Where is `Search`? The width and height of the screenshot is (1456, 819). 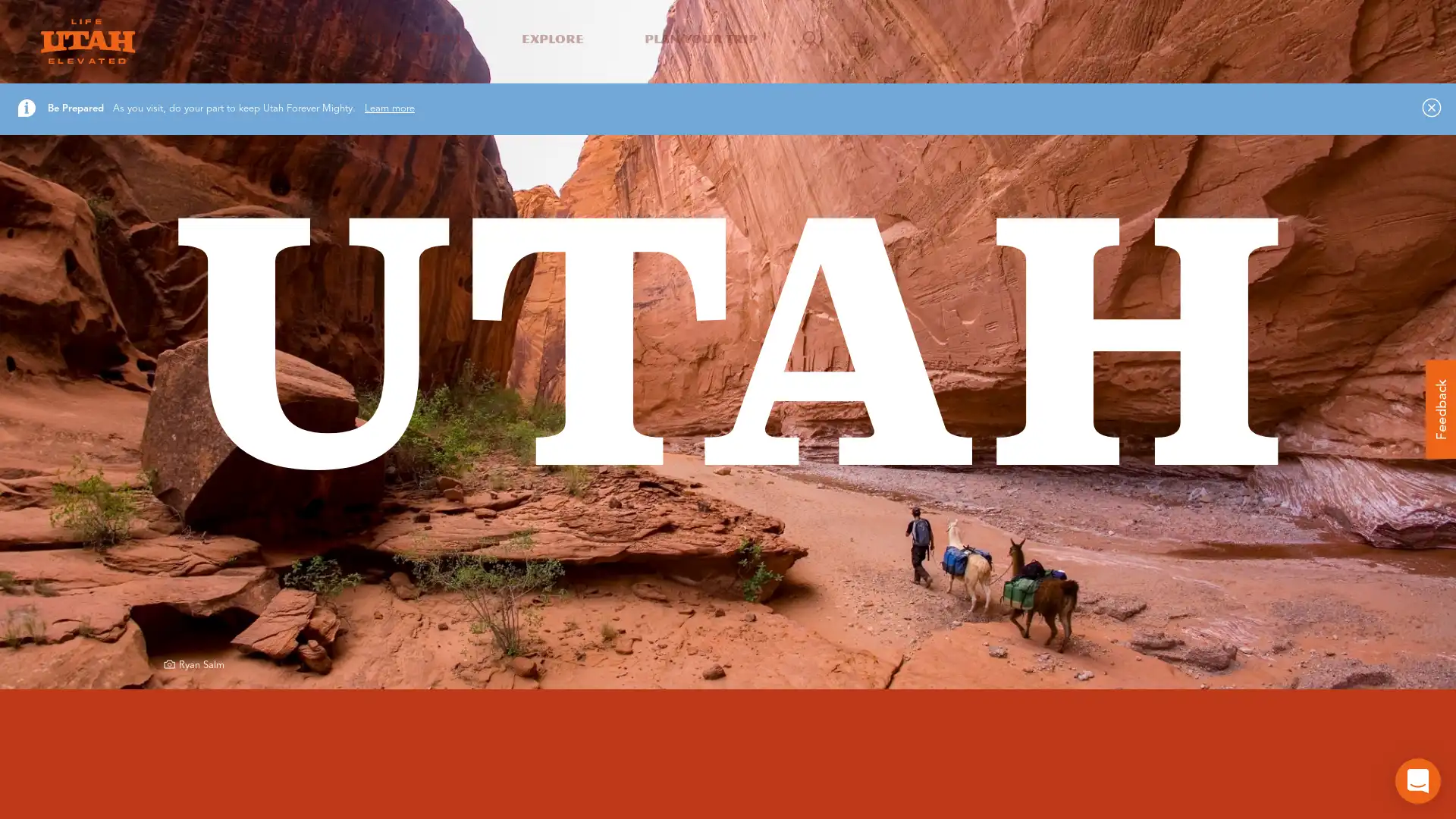 Search is located at coordinates (1058, 189).